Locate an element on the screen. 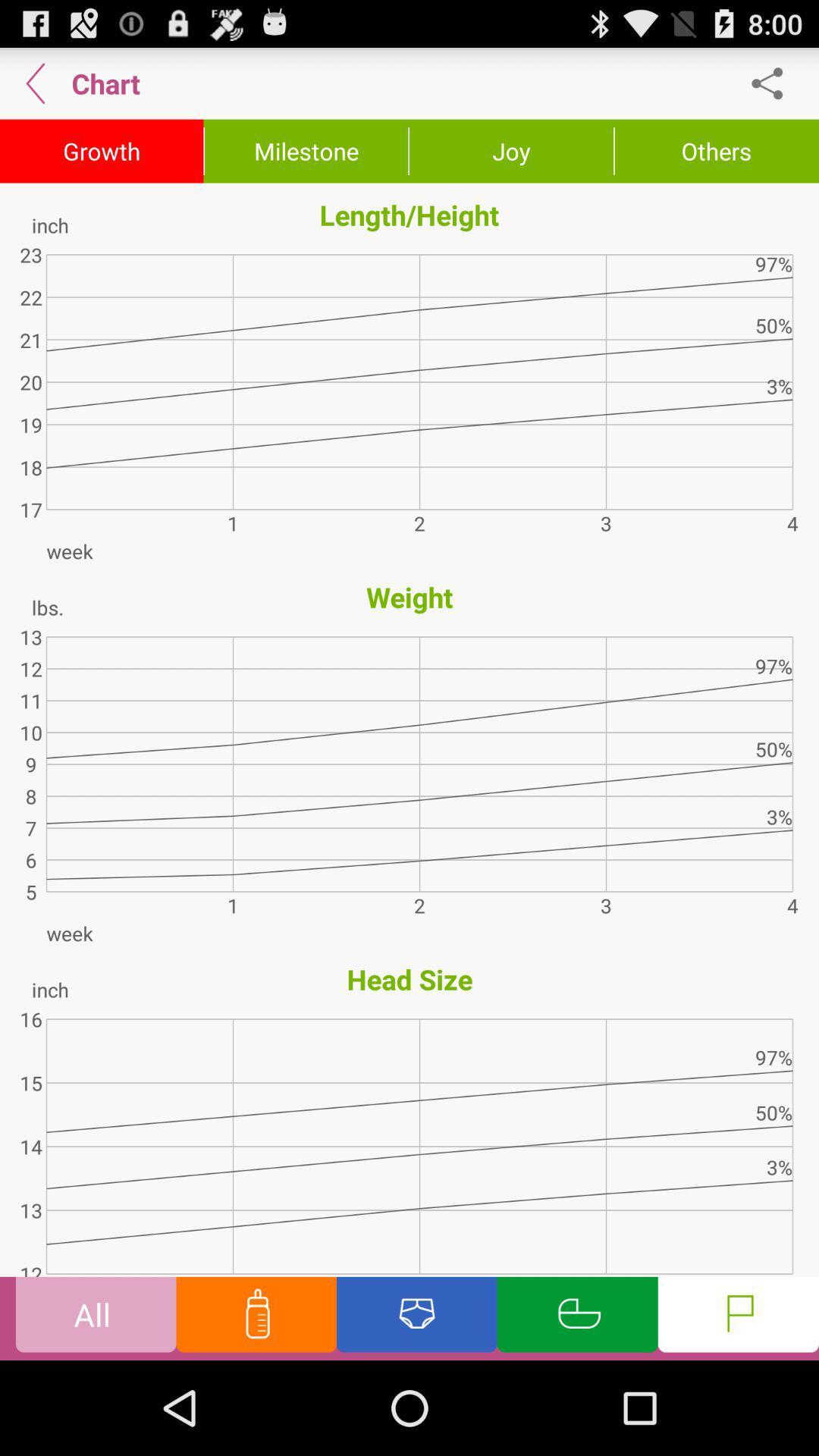  icon above the length/height icon is located at coordinates (306, 151).